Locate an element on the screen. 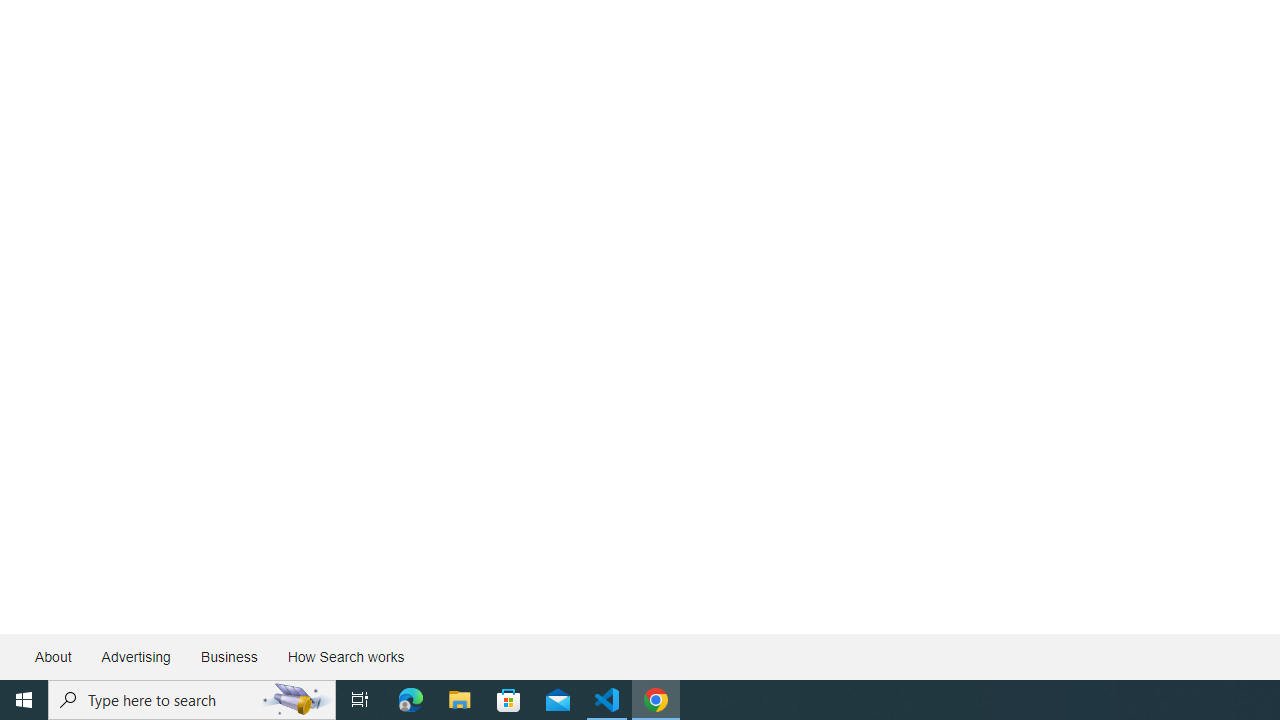 This screenshot has height=720, width=1280. 'About' is located at coordinates (53, 657).